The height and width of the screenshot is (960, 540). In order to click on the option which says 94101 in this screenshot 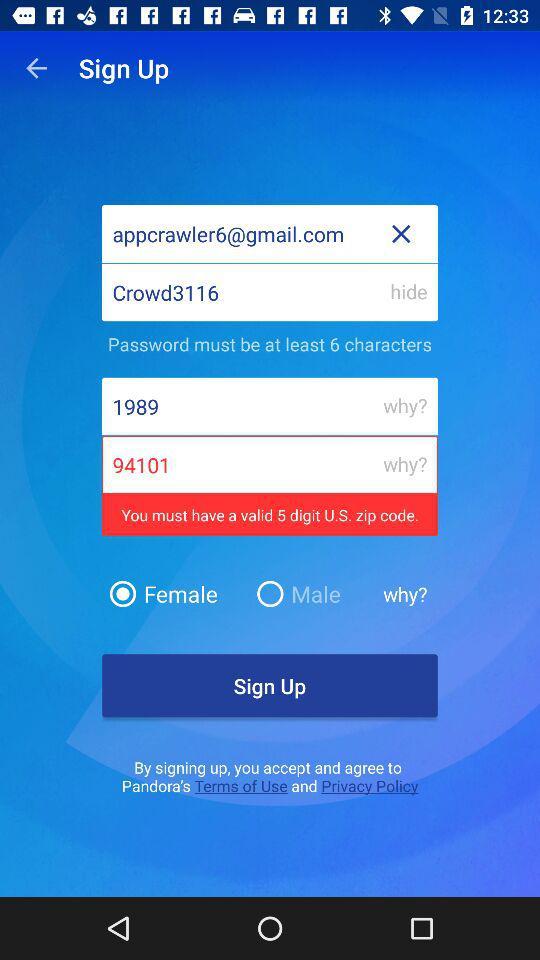, I will do `click(270, 488)`.